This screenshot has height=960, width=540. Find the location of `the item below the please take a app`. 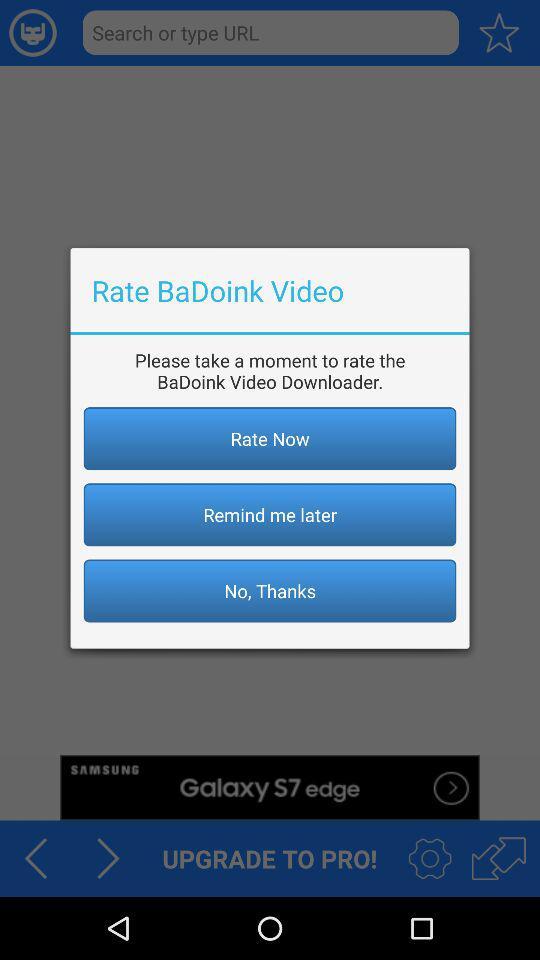

the item below the please take a app is located at coordinates (270, 438).